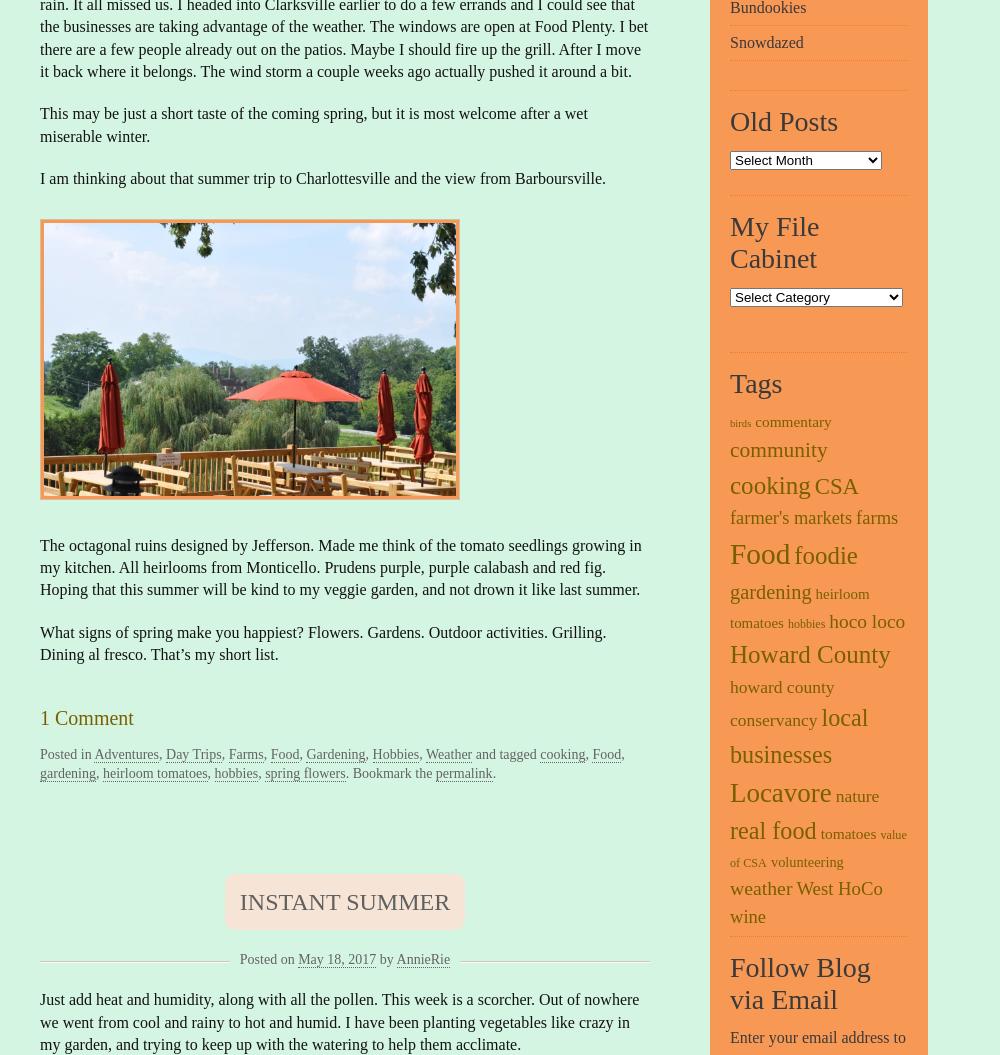 The width and height of the screenshot is (1000, 1055). I want to click on 'I am thinking about that summer trip to Charlottesville and the view from Barboursville.', so click(322, 177).